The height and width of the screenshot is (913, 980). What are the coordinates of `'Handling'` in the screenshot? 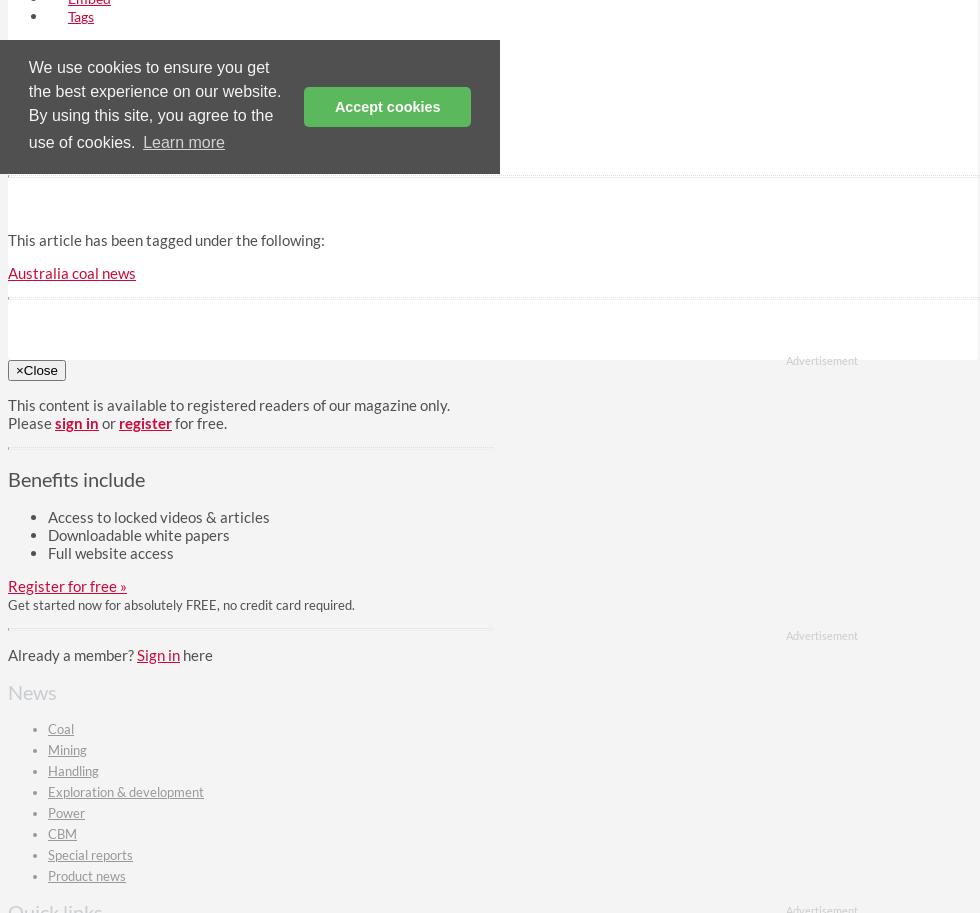 It's located at (73, 770).